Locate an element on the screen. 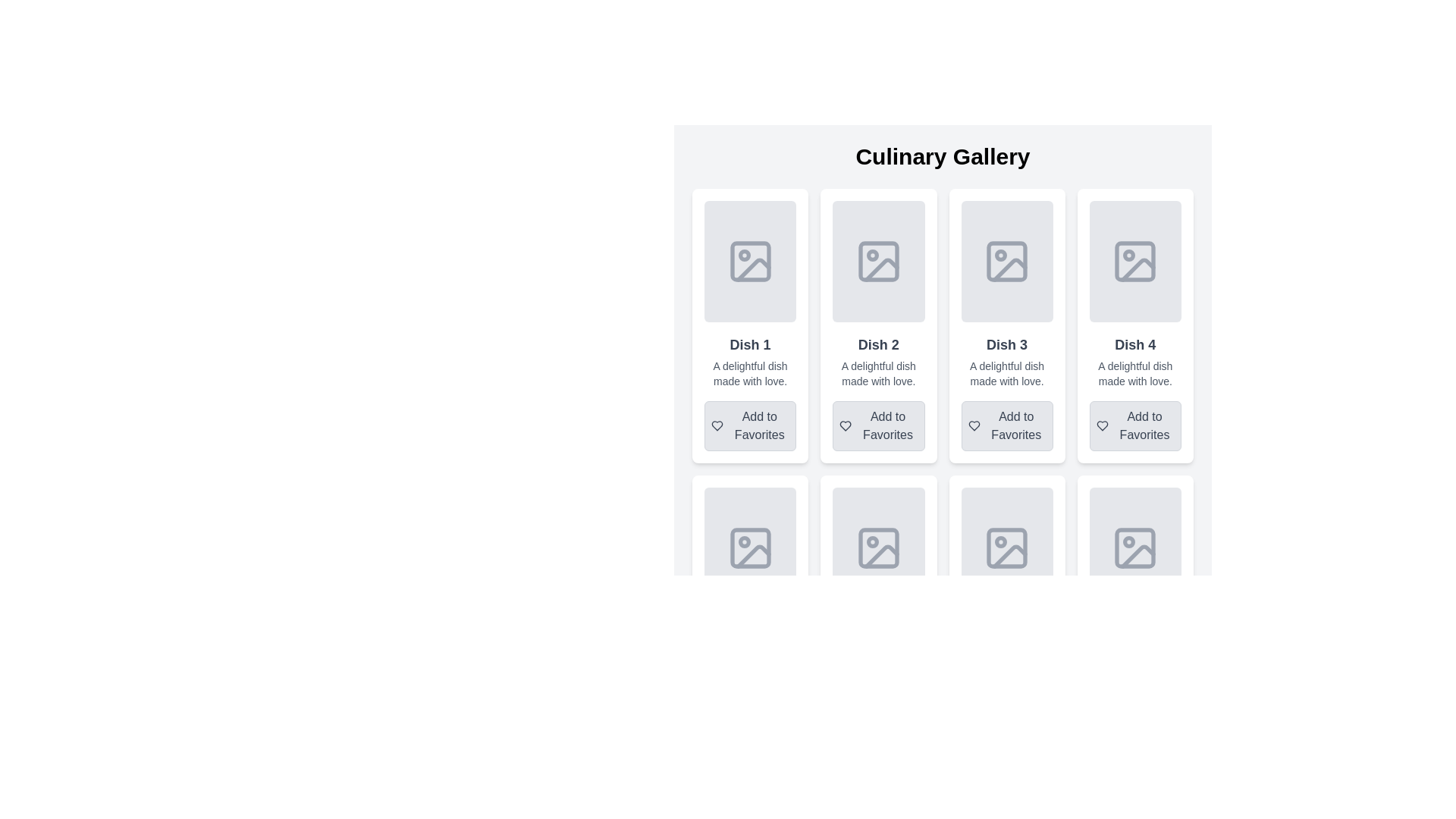 The height and width of the screenshot is (819, 1456). the graphical marker or icon located in the lower-right corner of the fifth image grid item, which serves as a decorative element or indicator related to the image is located at coordinates (1129, 541).